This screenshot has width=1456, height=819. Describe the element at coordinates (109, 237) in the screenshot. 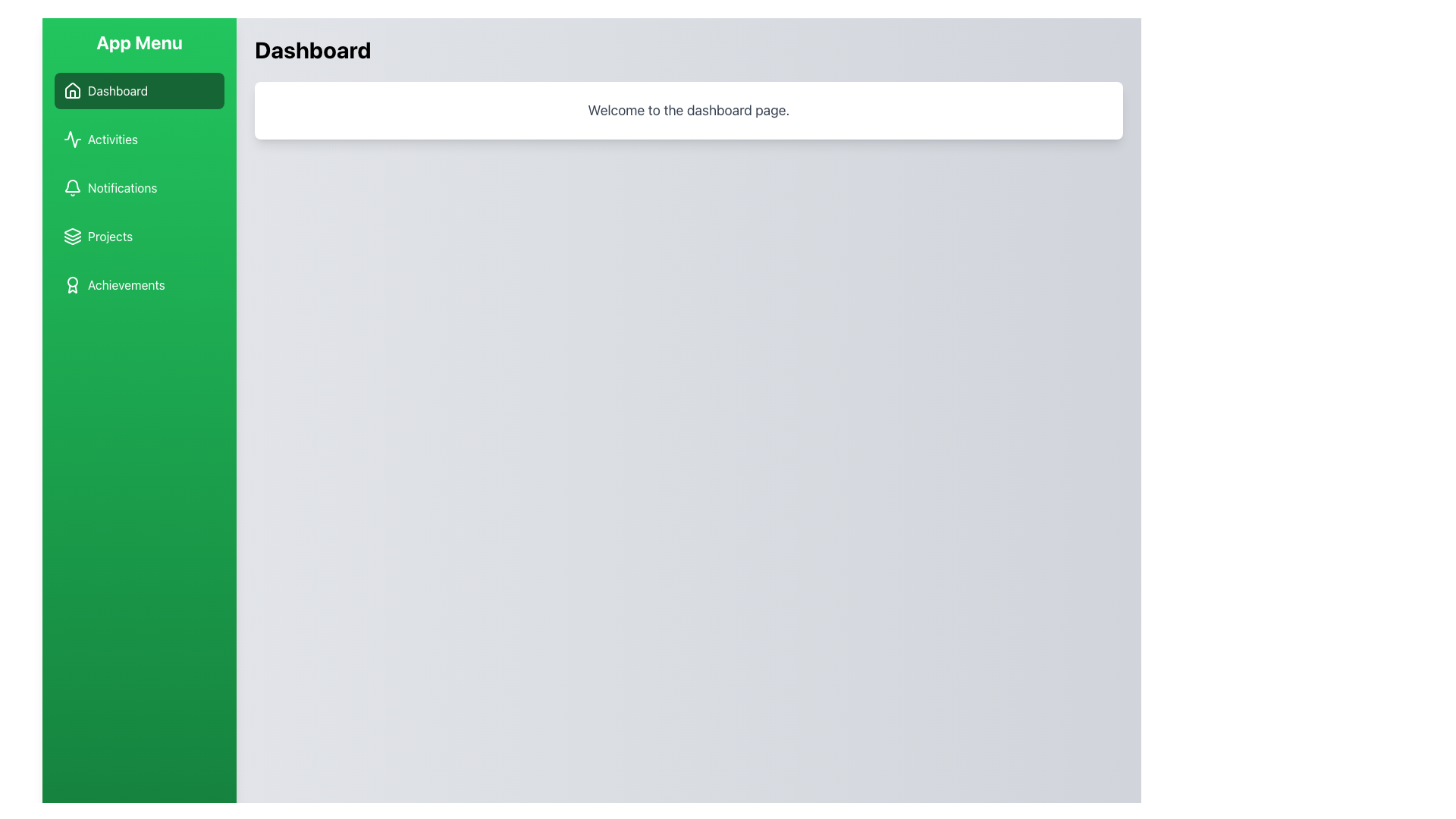

I see `text of the 'Projects' label, which is displayed in white font on a green background in the navigational sidebar, specifically the fourth item after 'Dashboard', 'Activities', and 'Notifications'` at that location.